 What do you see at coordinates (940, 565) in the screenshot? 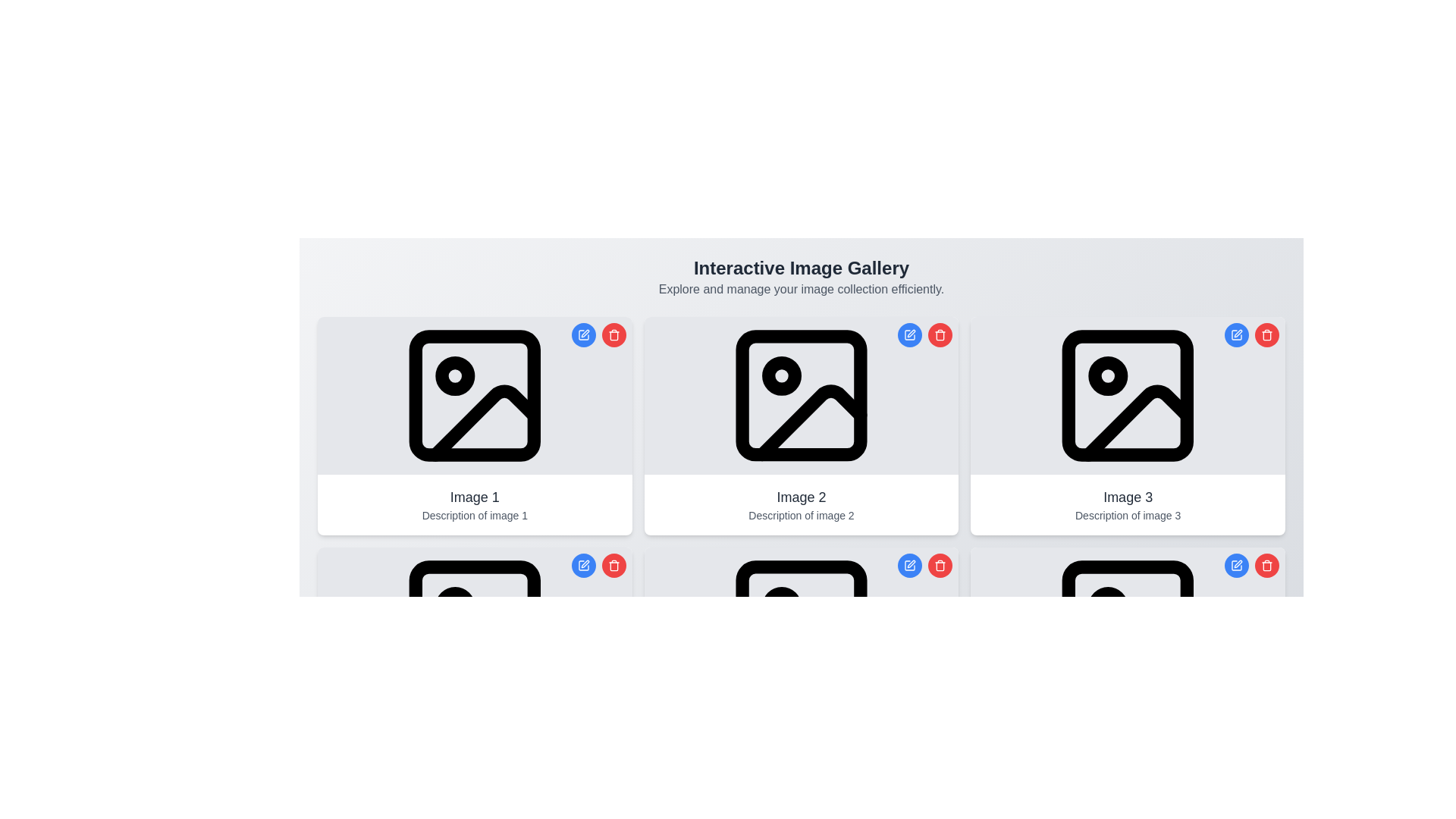
I see `the delete button located at the top-right corner of the card representing Image 3 to initiate the delete action` at bounding box center [940, 565].